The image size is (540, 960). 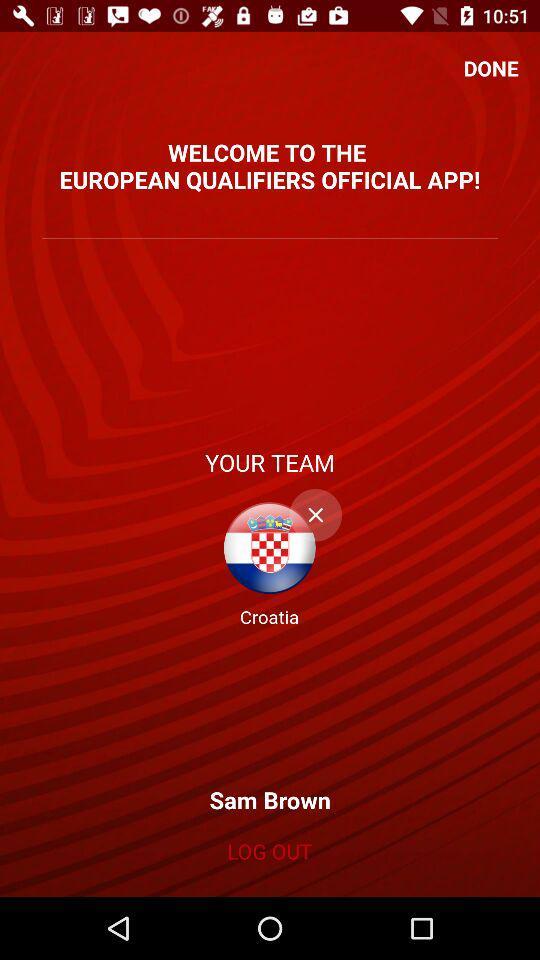 What do you see at coordinates (490, 68) in the screenshot?
I see `the done icon` at bounding box center [490, 68].